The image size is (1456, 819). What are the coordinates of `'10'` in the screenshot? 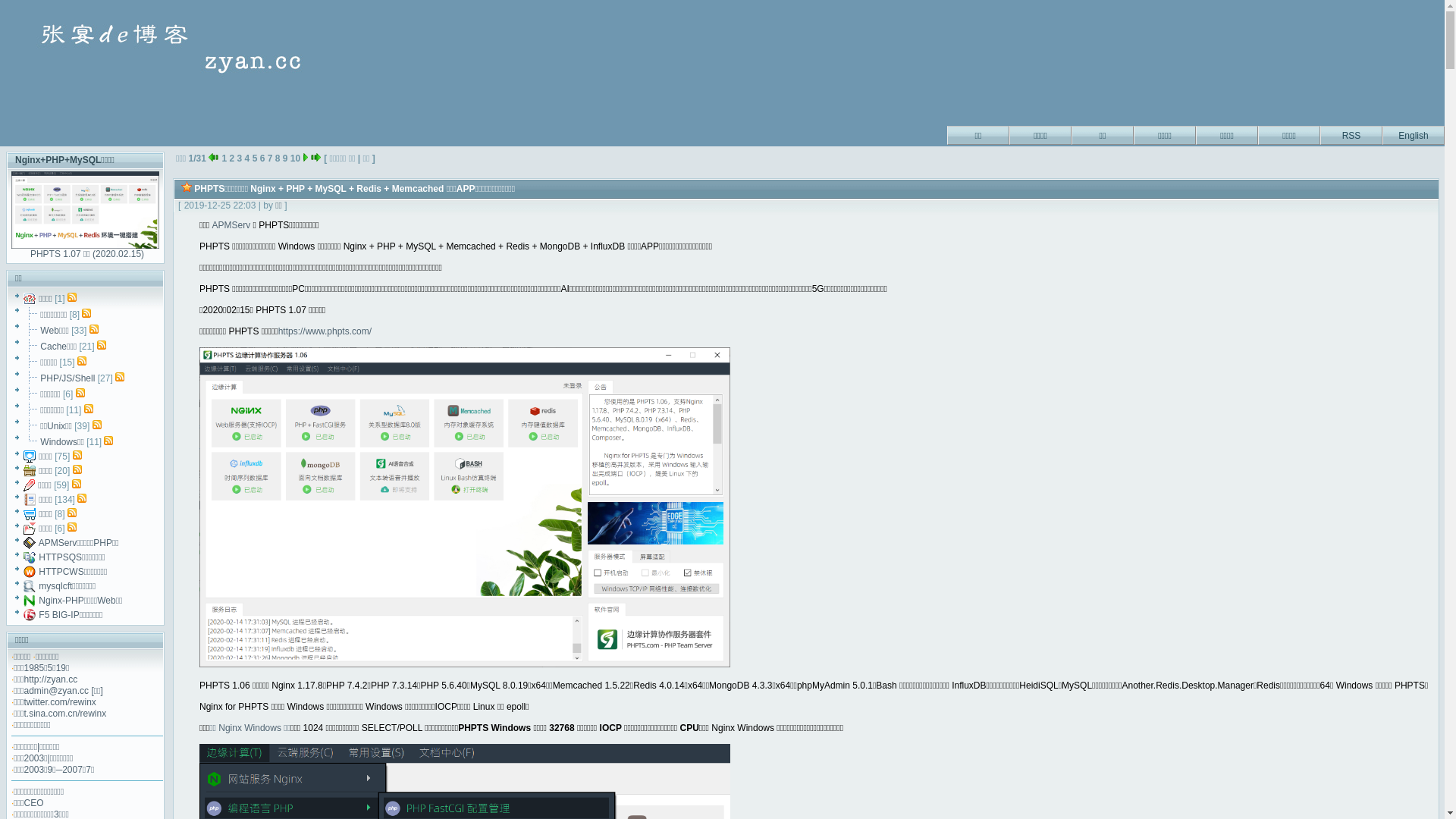 It's located at (295, 158).